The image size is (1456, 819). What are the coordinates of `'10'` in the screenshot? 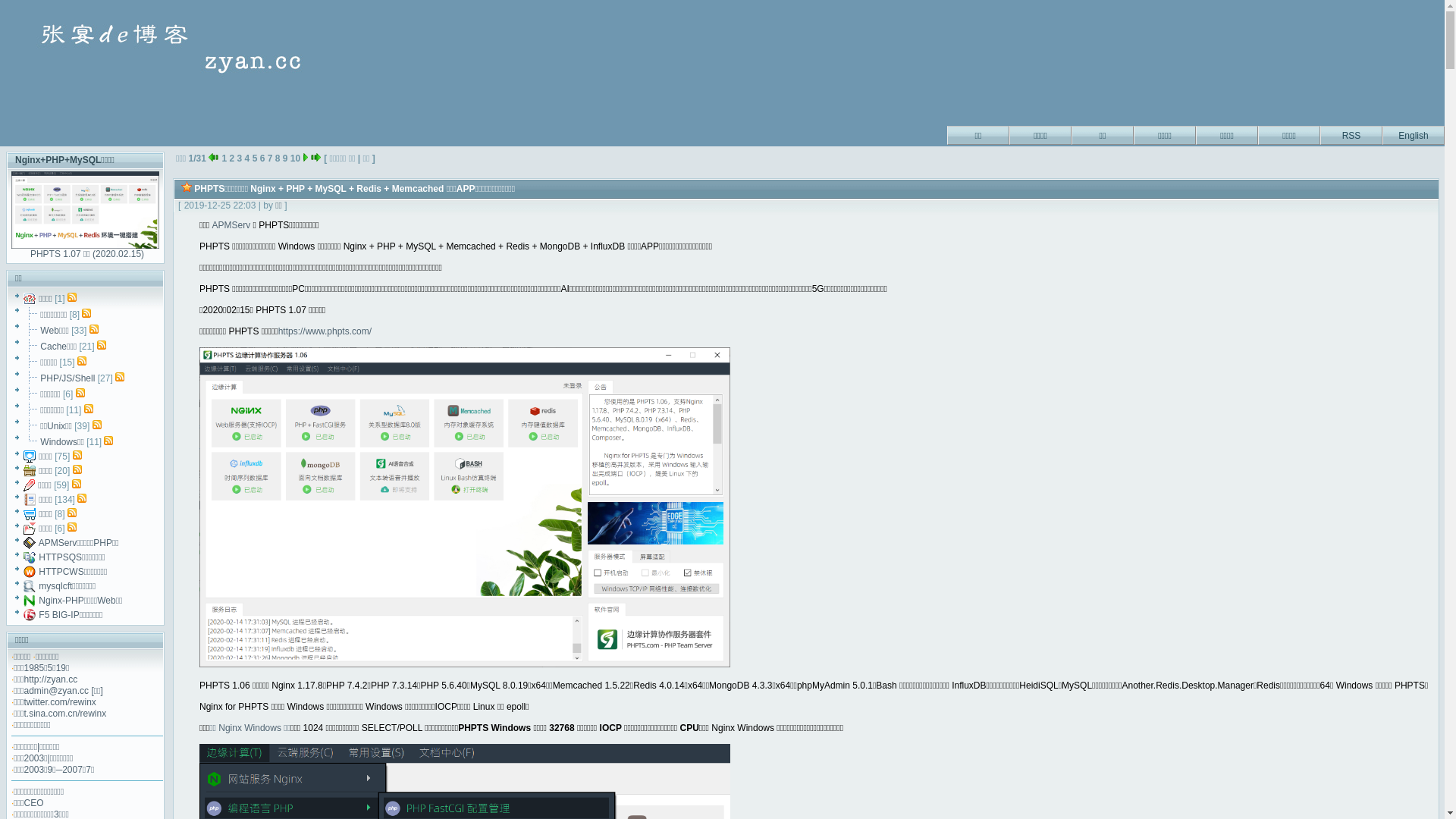 It's located at (295, 158).